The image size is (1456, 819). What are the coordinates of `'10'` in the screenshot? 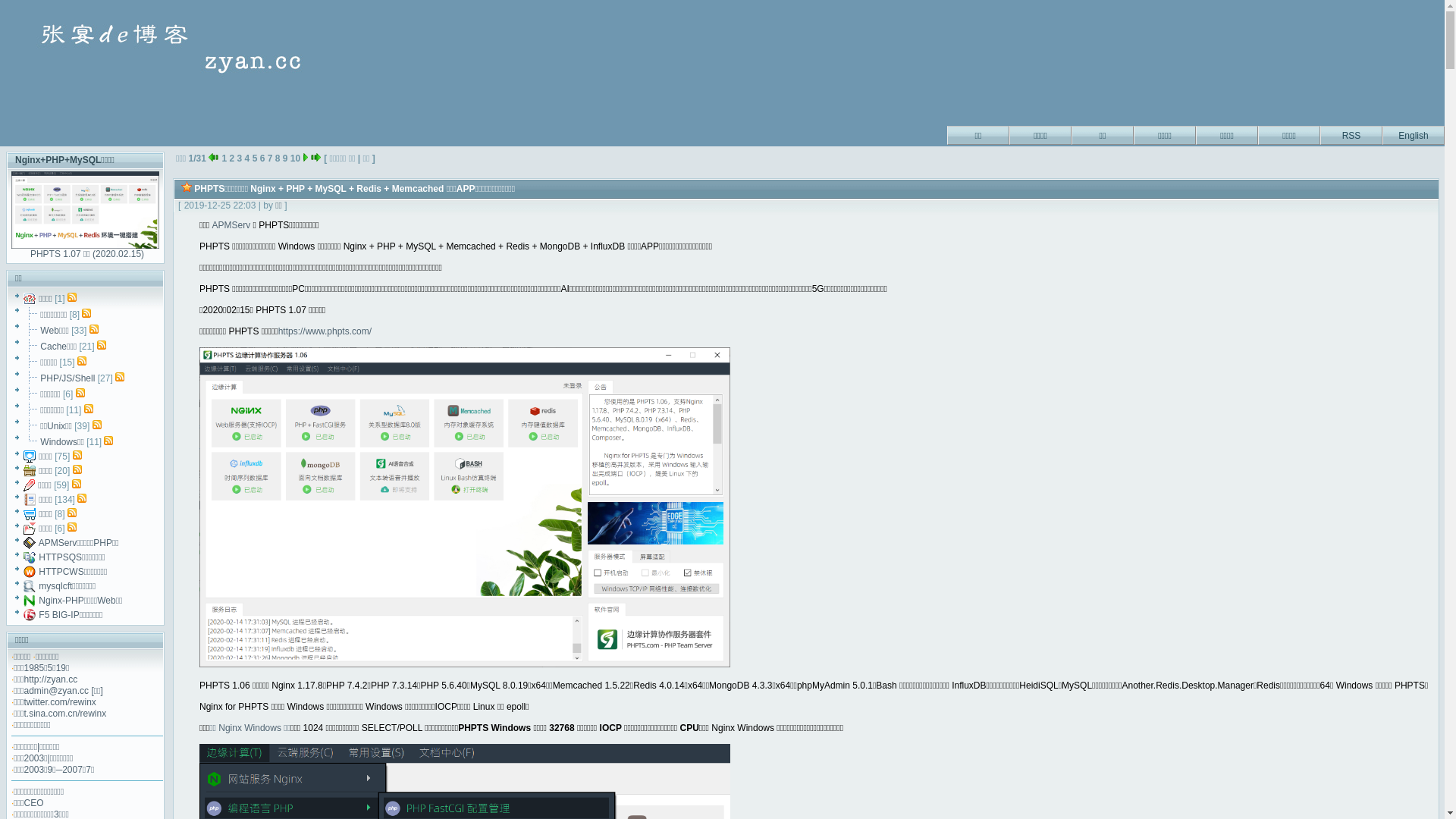 It's located at (295, 158).